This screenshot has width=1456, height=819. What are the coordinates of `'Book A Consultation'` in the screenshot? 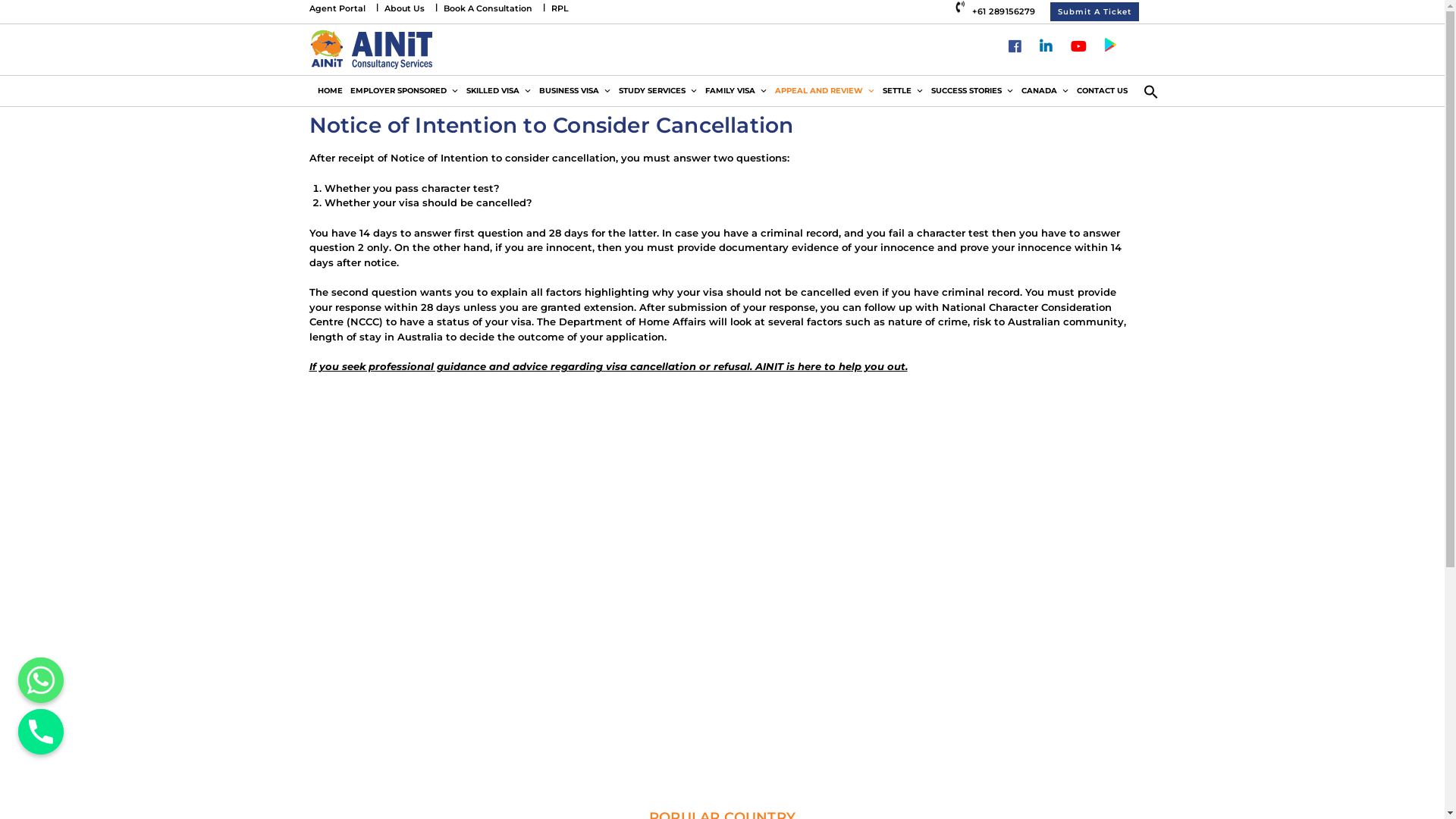 It's located at (487, 8).